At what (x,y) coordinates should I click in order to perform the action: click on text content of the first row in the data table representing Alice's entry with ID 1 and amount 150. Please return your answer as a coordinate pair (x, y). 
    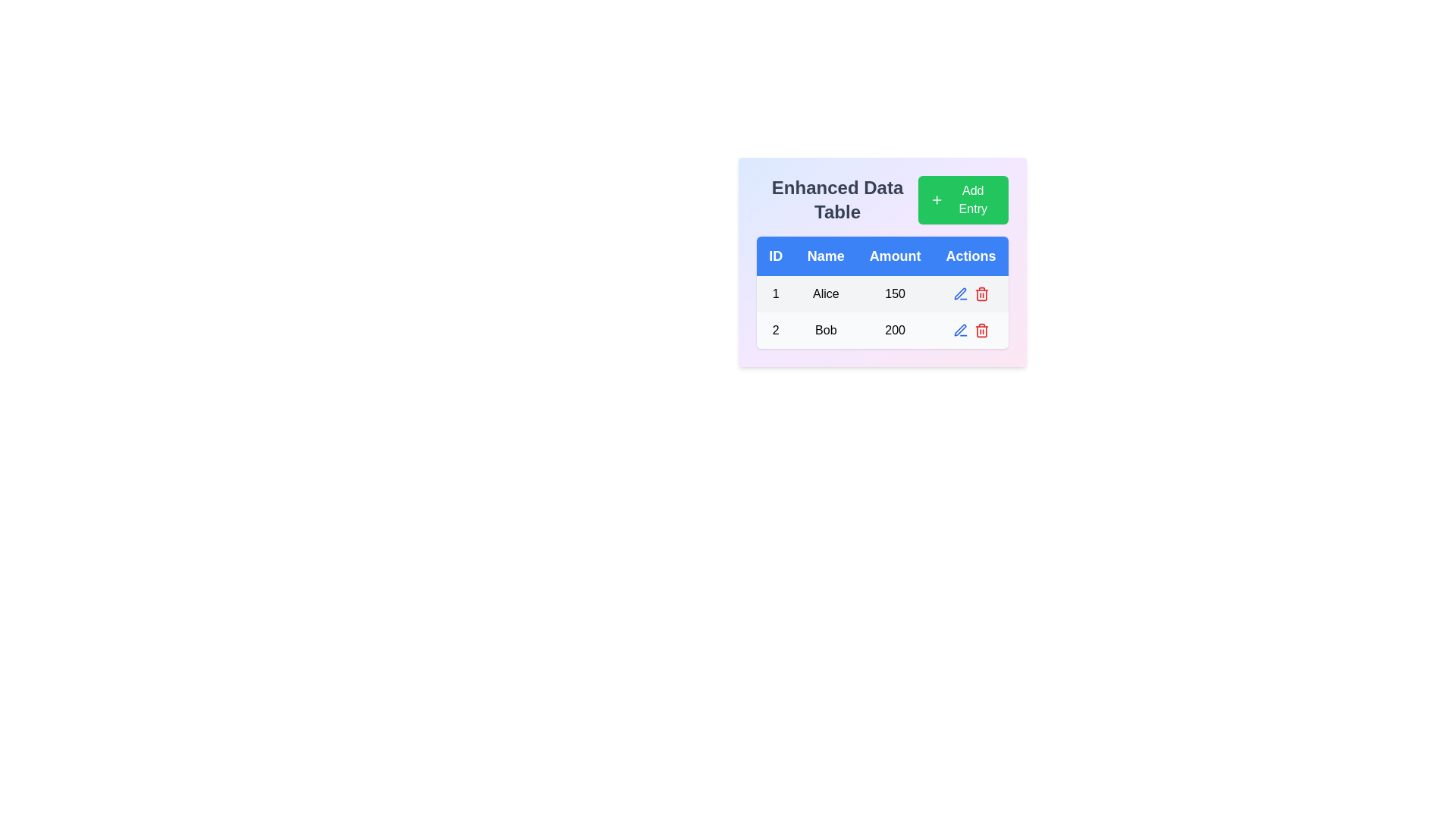
    Looking at the image, I should click on (882, 294).